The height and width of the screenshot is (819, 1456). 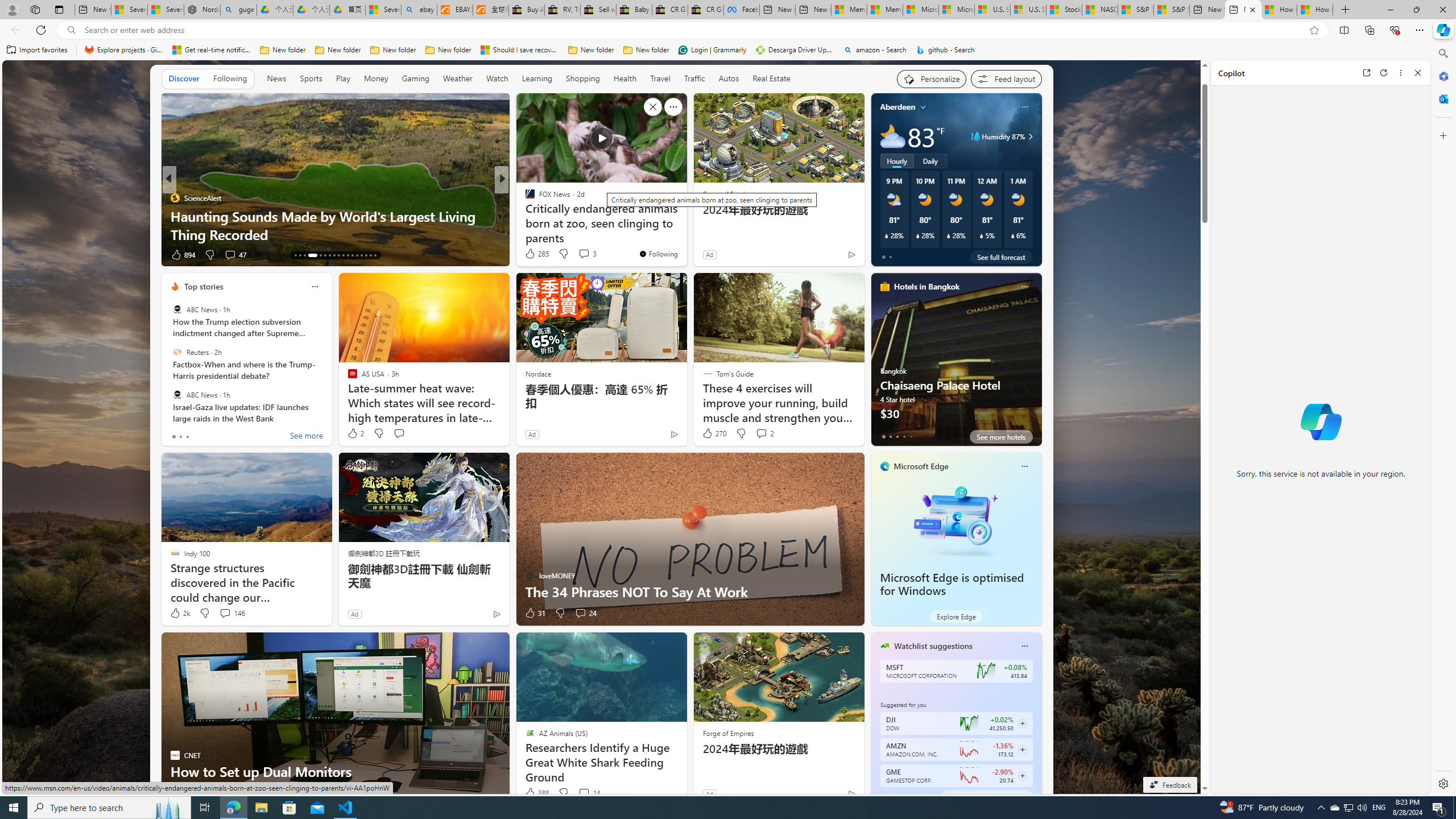 I want to click on 'The Cool Down', so click(x=524, y=197).